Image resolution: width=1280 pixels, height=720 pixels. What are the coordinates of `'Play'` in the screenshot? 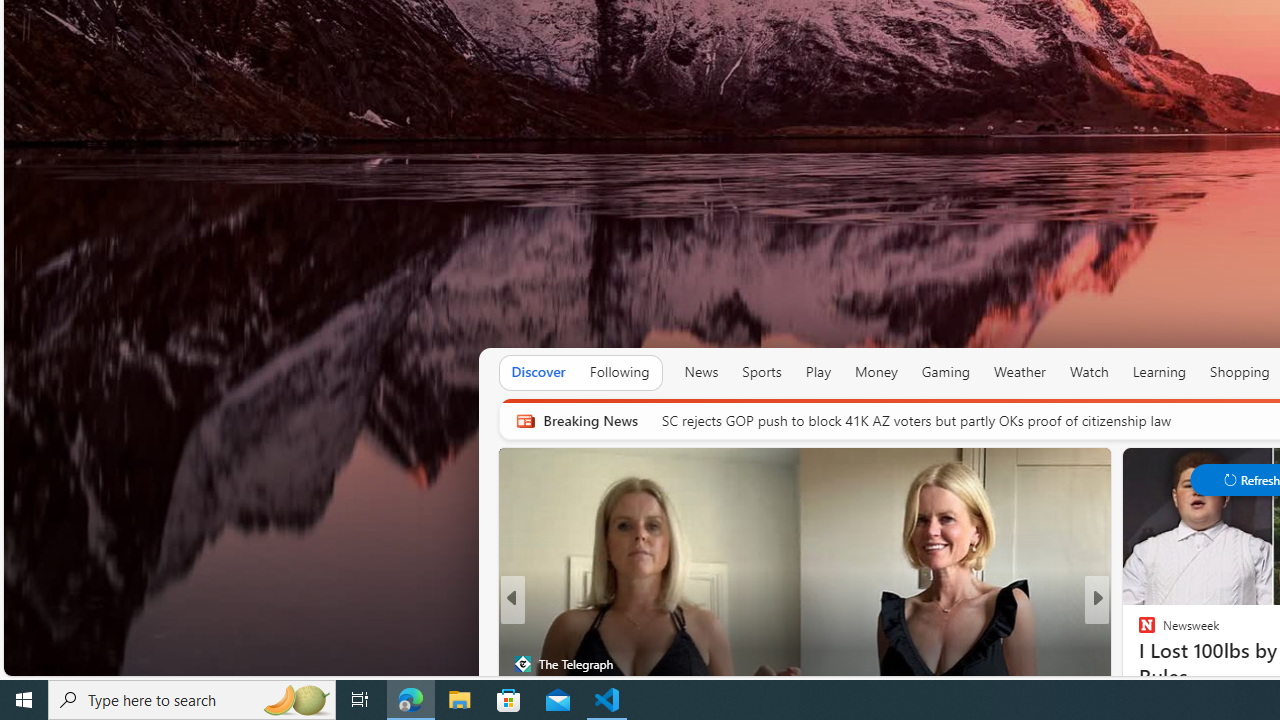 It's located at (818, 372).